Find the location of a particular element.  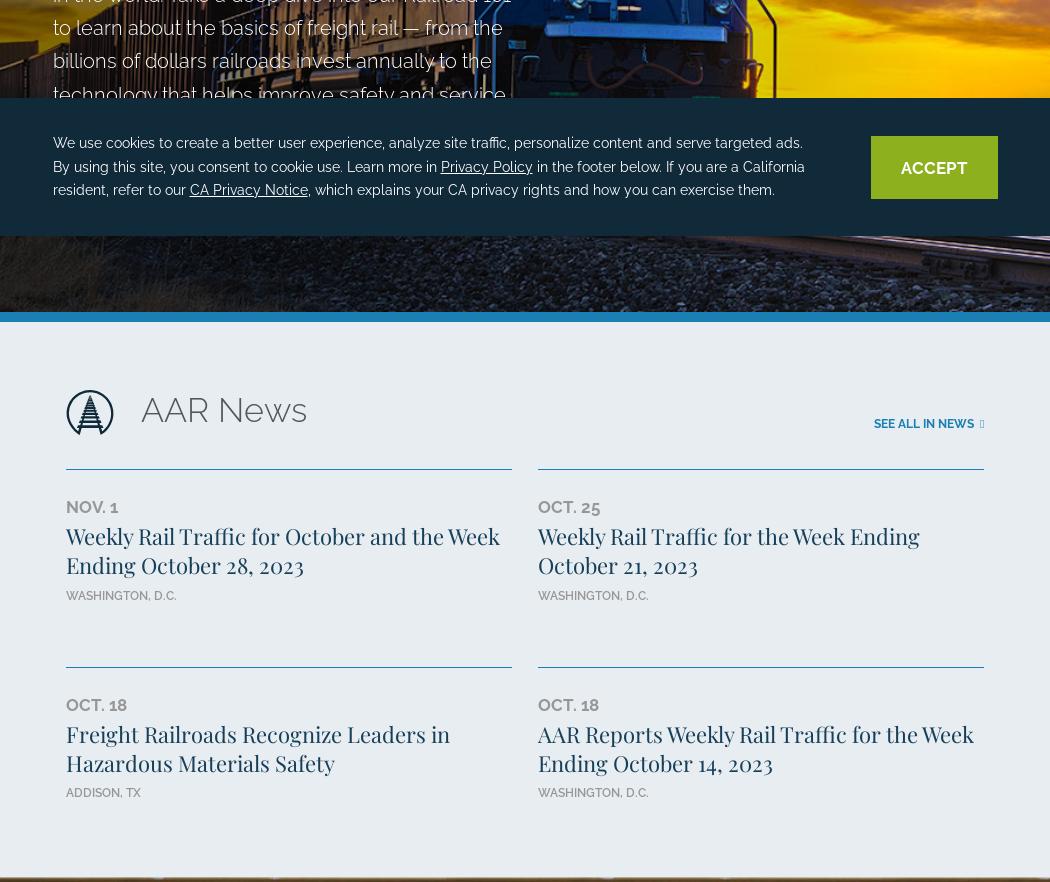

'AAR News' is located at coordinates (222, 410).